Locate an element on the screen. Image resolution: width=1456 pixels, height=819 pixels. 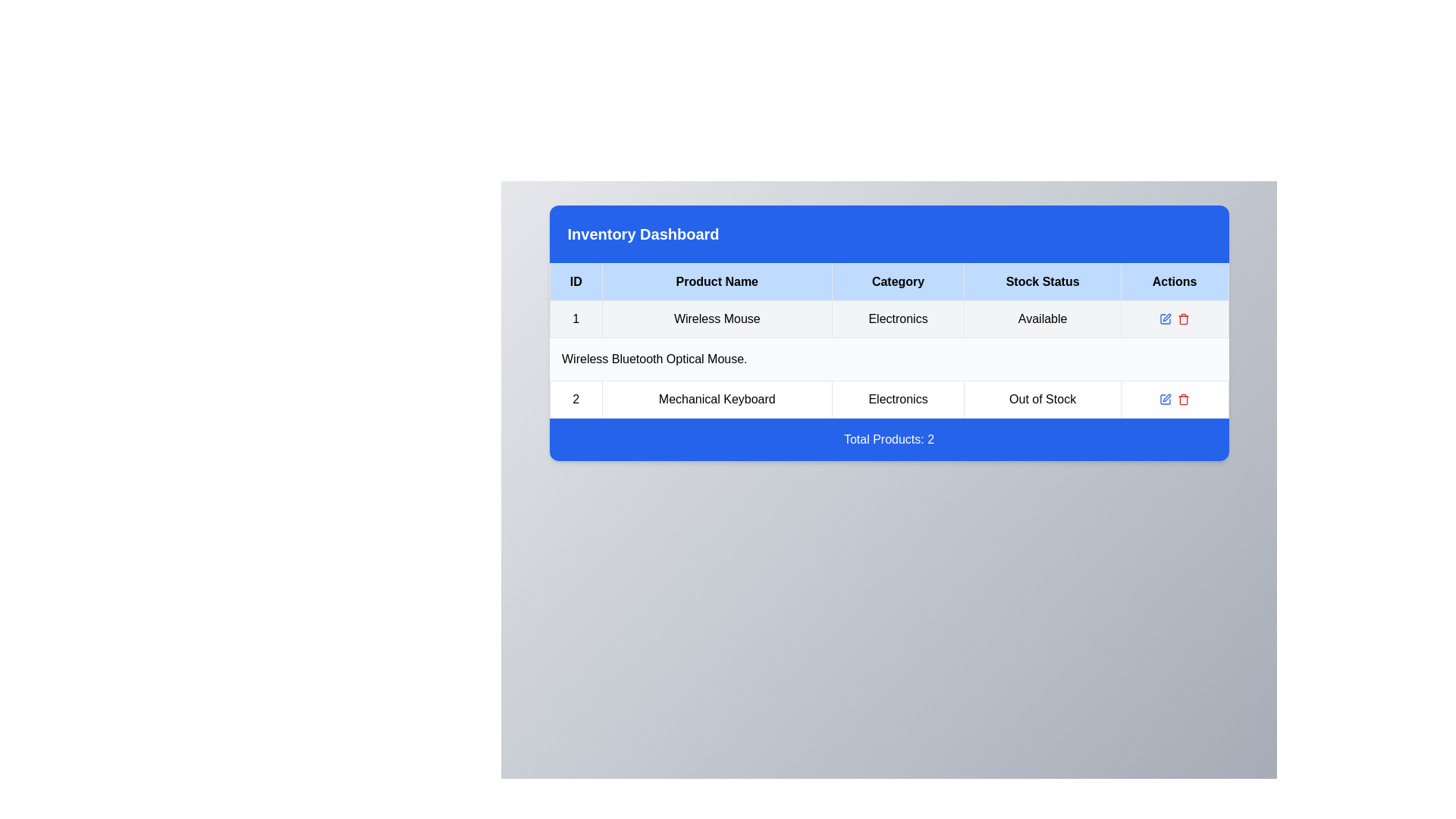
the static text element labeled 'Wireless Mouse' in the inventory table, which is the second cell in the row next to the number '1' and the cell displaying 'Electronics' is located at coordinates (716, 318).